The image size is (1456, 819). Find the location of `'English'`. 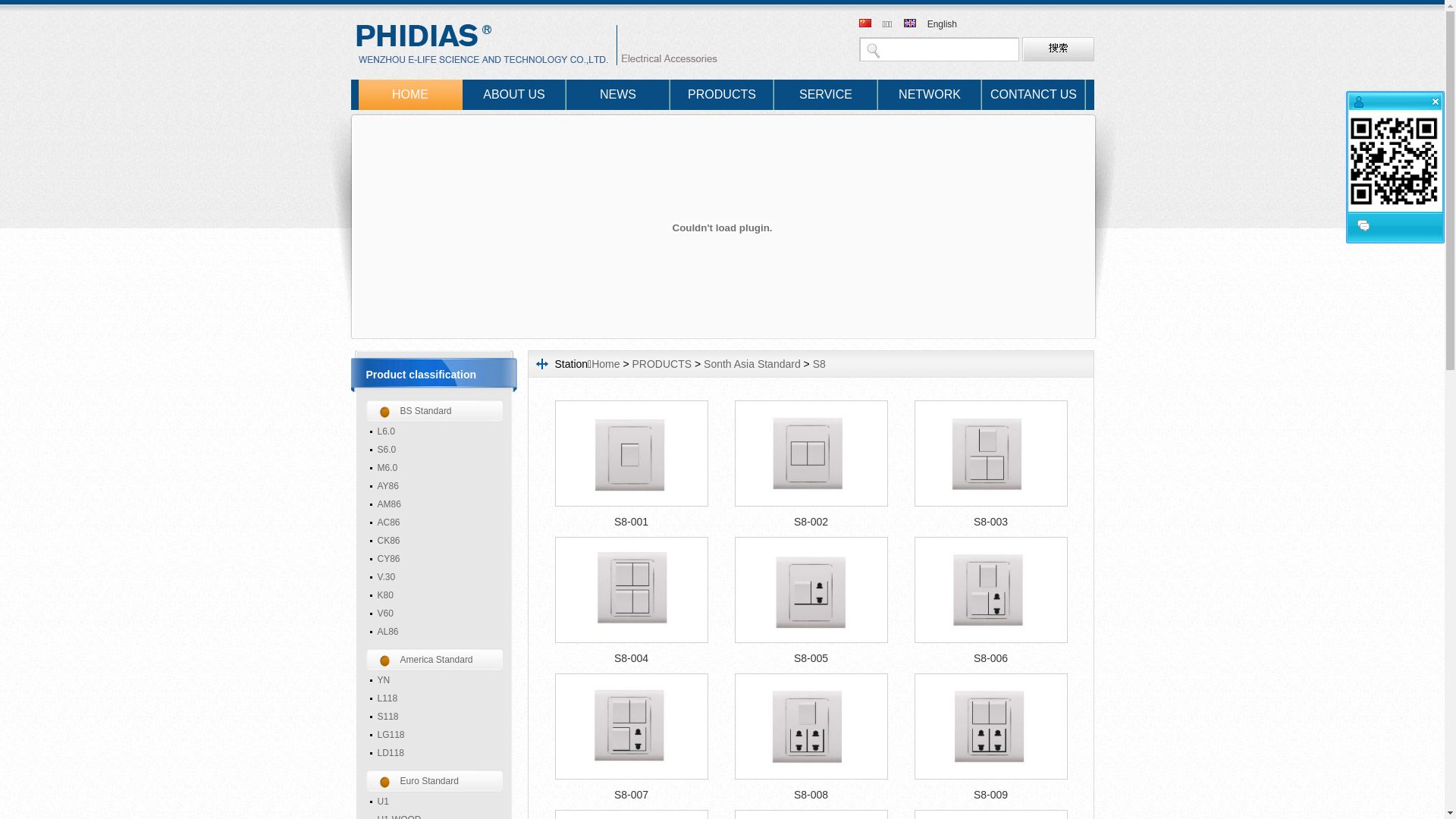

'English' is located at coordinates (941, 24).